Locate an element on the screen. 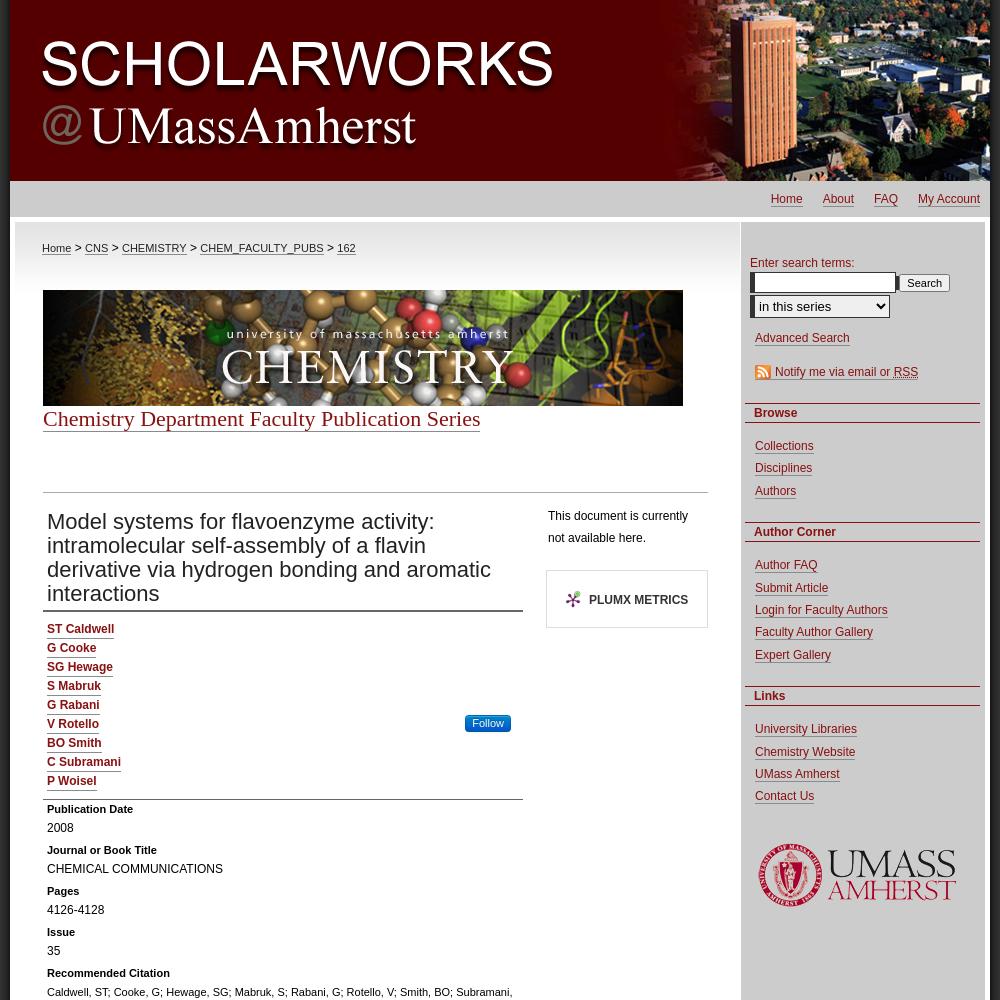 This screenshot has height=1000, width=1000. '35' is located at coordinates (53, 950).